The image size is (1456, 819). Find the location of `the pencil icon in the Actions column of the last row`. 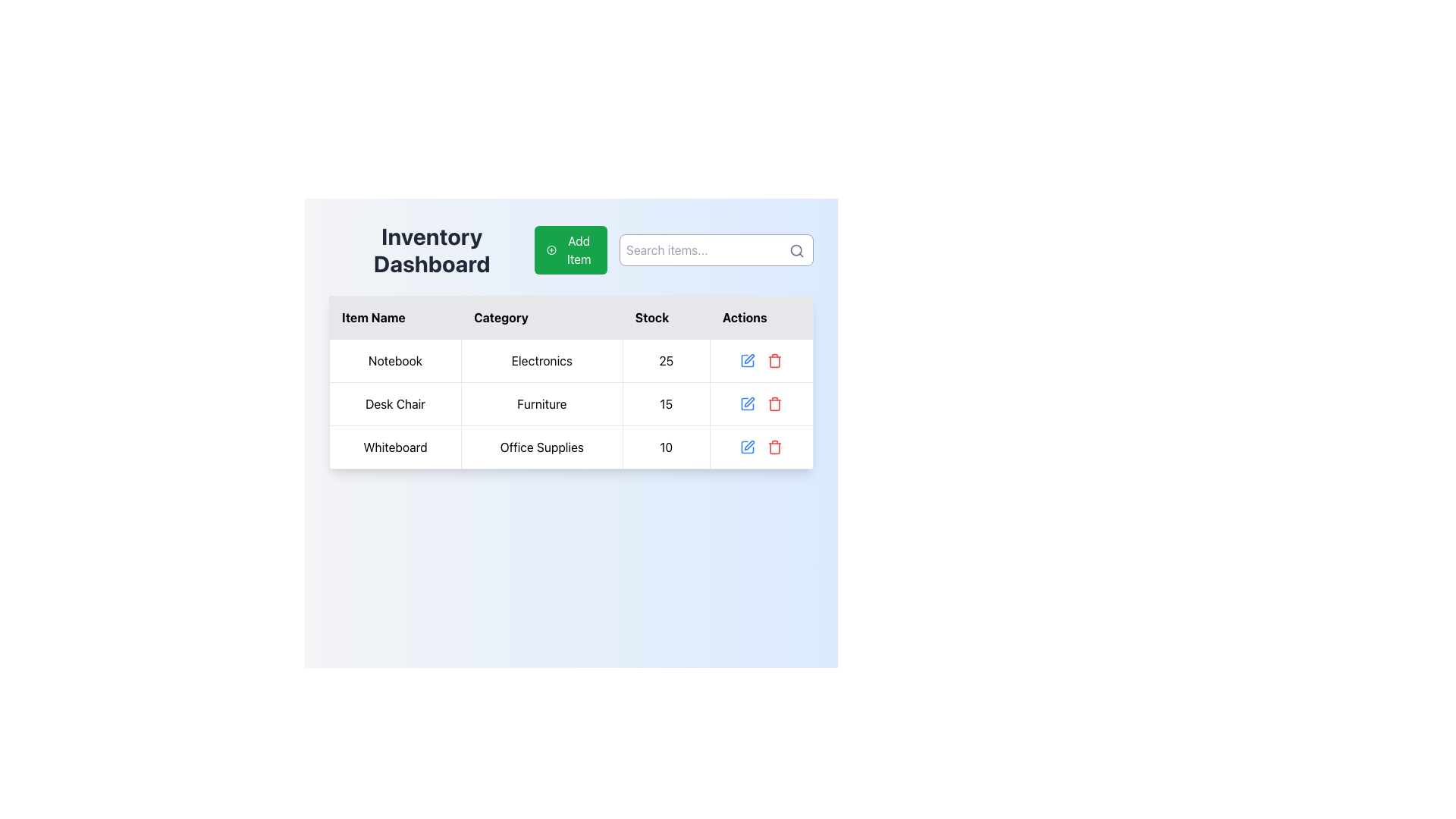

the pencil icon in the Actions column of the last row is located at coordinates (761, 447).